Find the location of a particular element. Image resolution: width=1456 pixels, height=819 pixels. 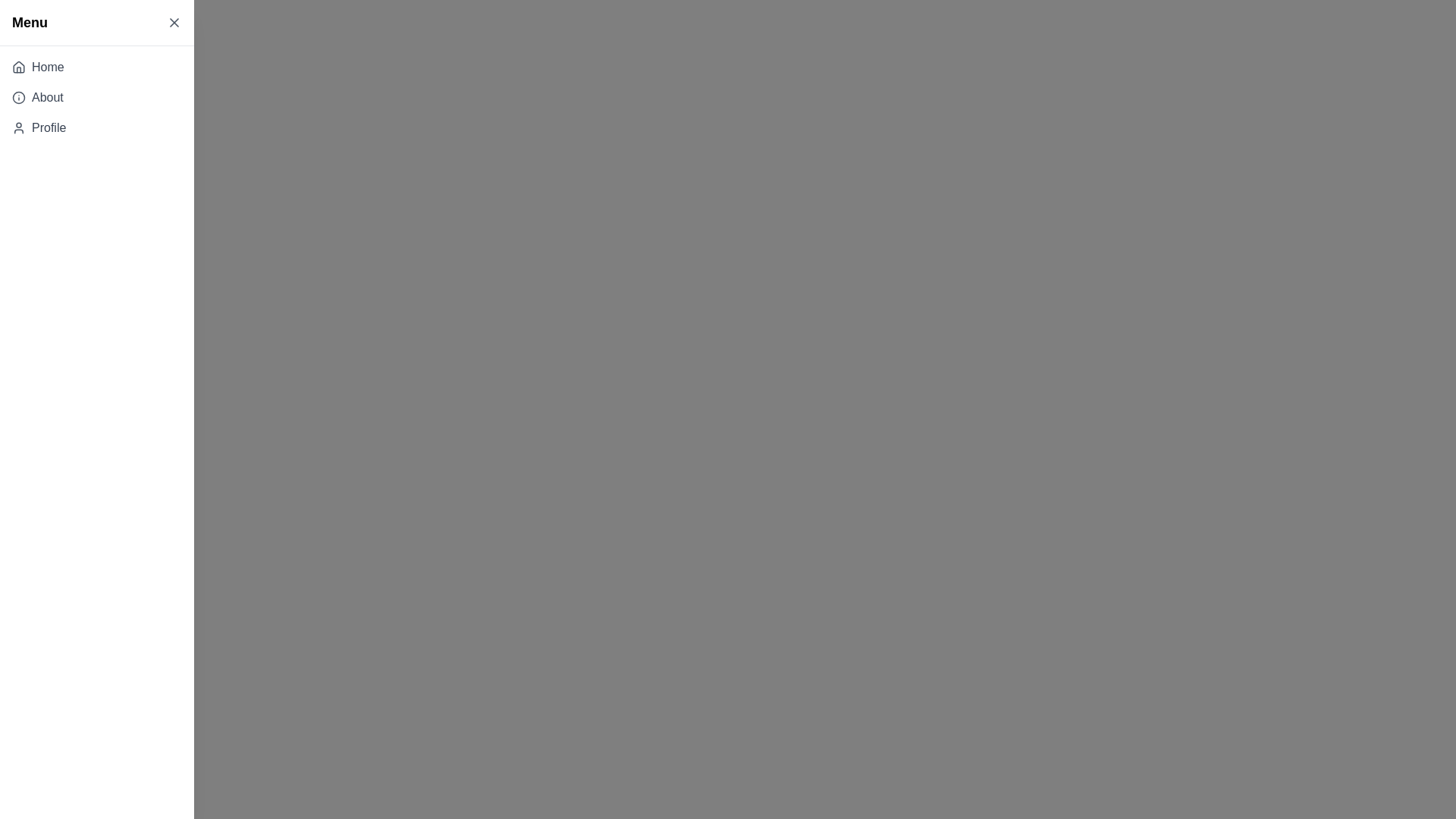

the 'Profile' hyperlink, the third item in the vertical menu list on the left sidebar is located at coordinates (49, 127).